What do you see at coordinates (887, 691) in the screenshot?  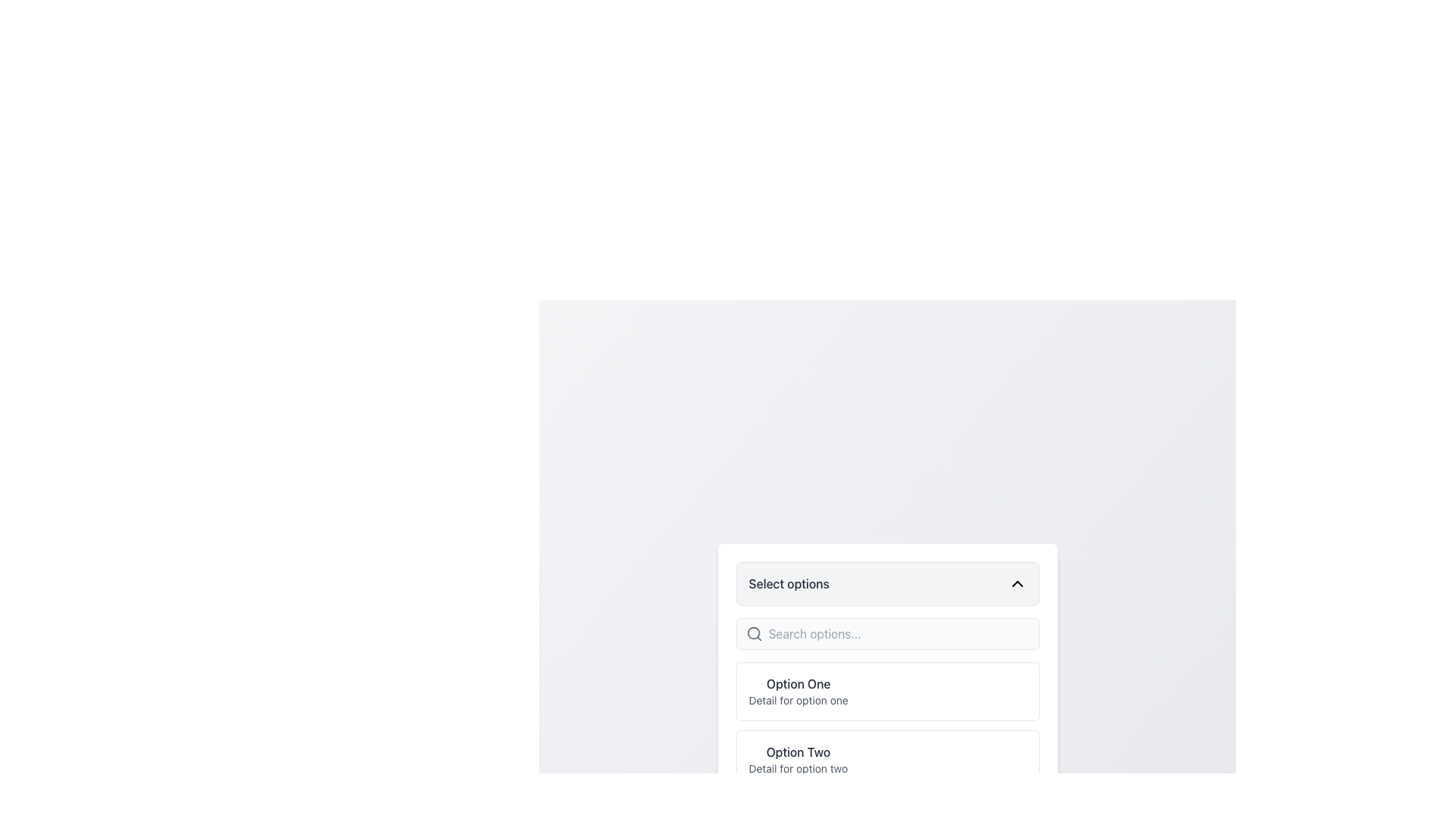 I see `the first selectable list item in the dropdown menu, which has a white background, a bold title 'Option One', and a description 'Detail for option one'` at bounding box center [887, 691].